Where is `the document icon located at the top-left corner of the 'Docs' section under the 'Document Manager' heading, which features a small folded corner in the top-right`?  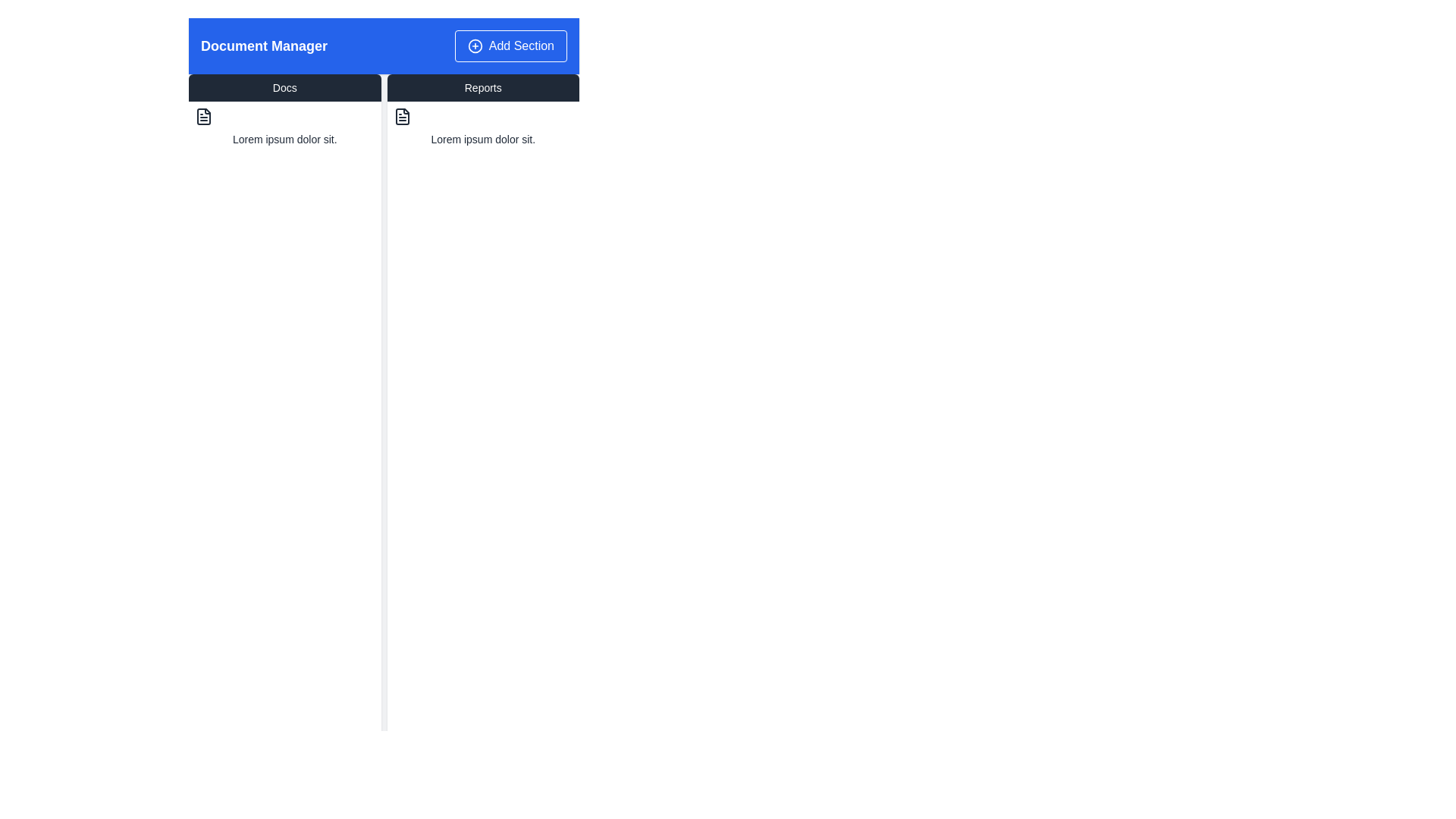 the document icon located at the top-left corner of the 'Docs' section under the 'Document Manager' heading, which features a small folded corner in the top-right is located at coordinates (202, 116).